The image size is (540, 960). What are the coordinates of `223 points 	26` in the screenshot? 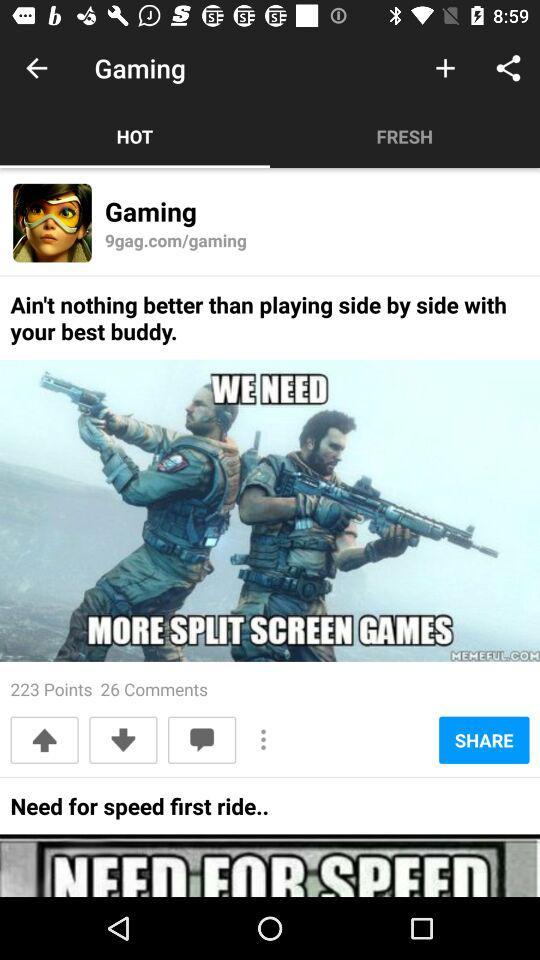 It's located at (109, 689).